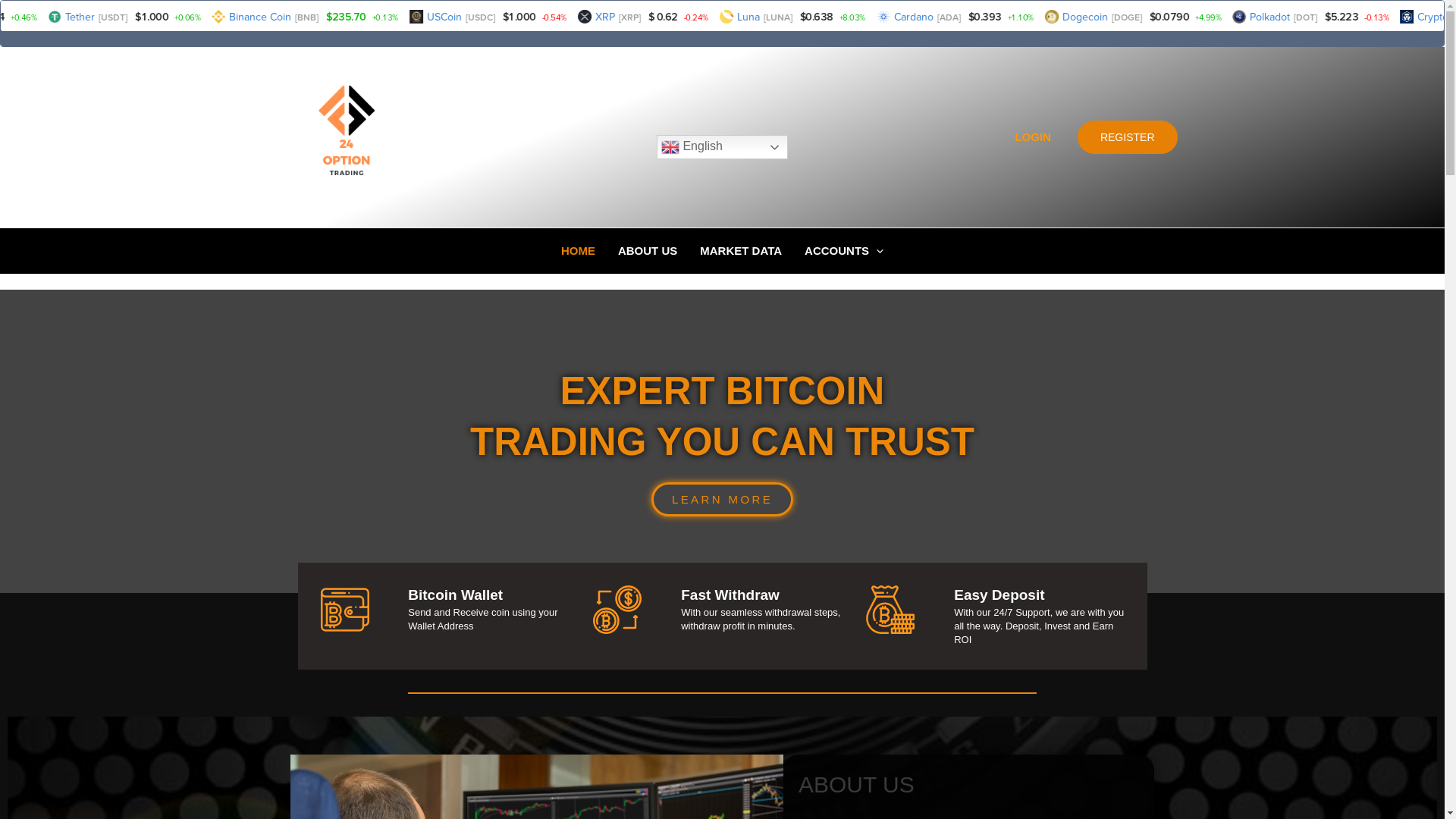  Describe the element at coordinates (1032, 137) in the screenshot. I see `'LOGIN'` at that location.